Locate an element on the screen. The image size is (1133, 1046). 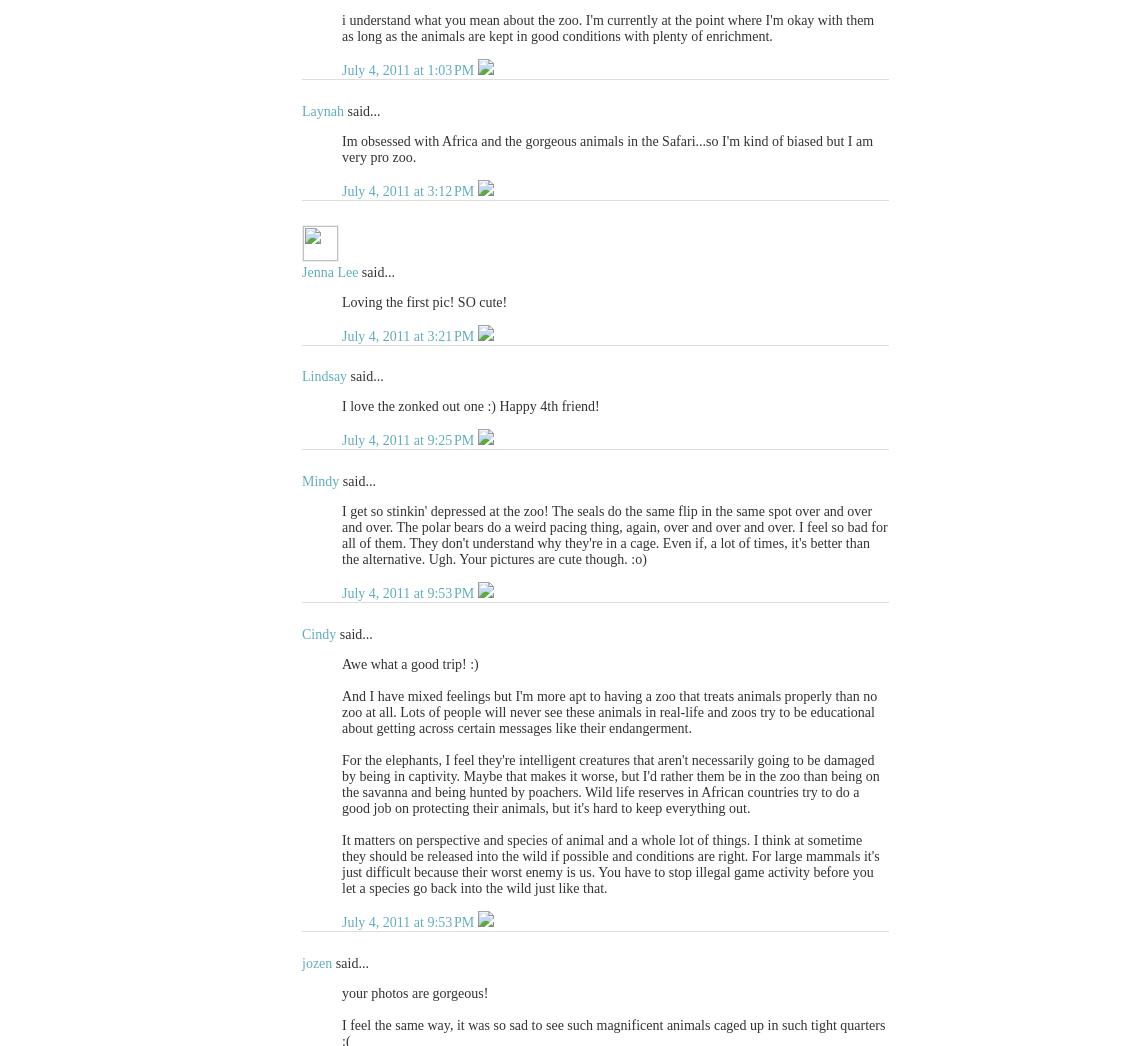
'i understand what you mean about the zoo.  I'm currently at the point where I'm okay with them as long as the animals are kept in good conditions with plenty of enrichment.' is located at coordinates (607, 27).